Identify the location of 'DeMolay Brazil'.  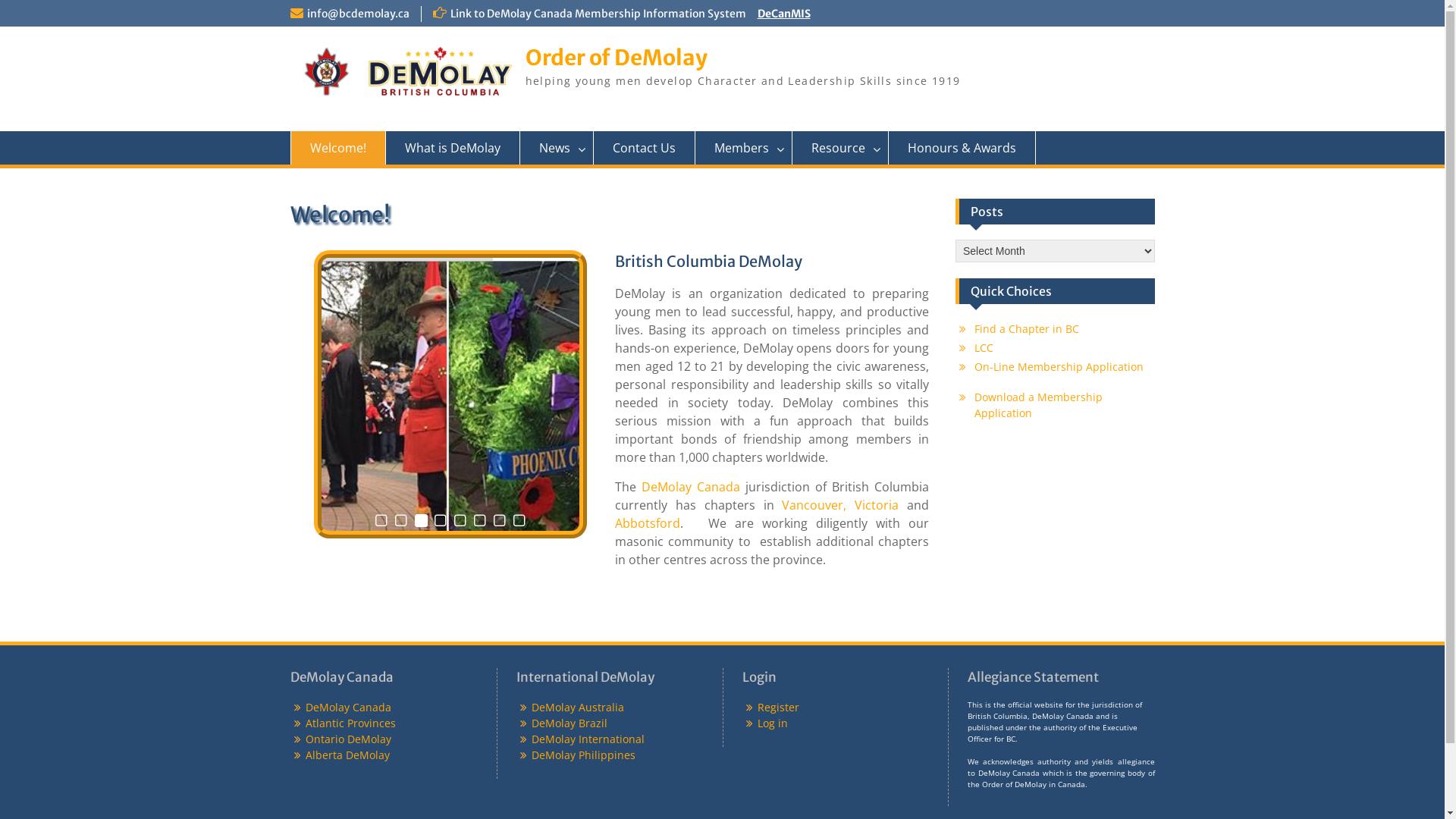
(568, 722).